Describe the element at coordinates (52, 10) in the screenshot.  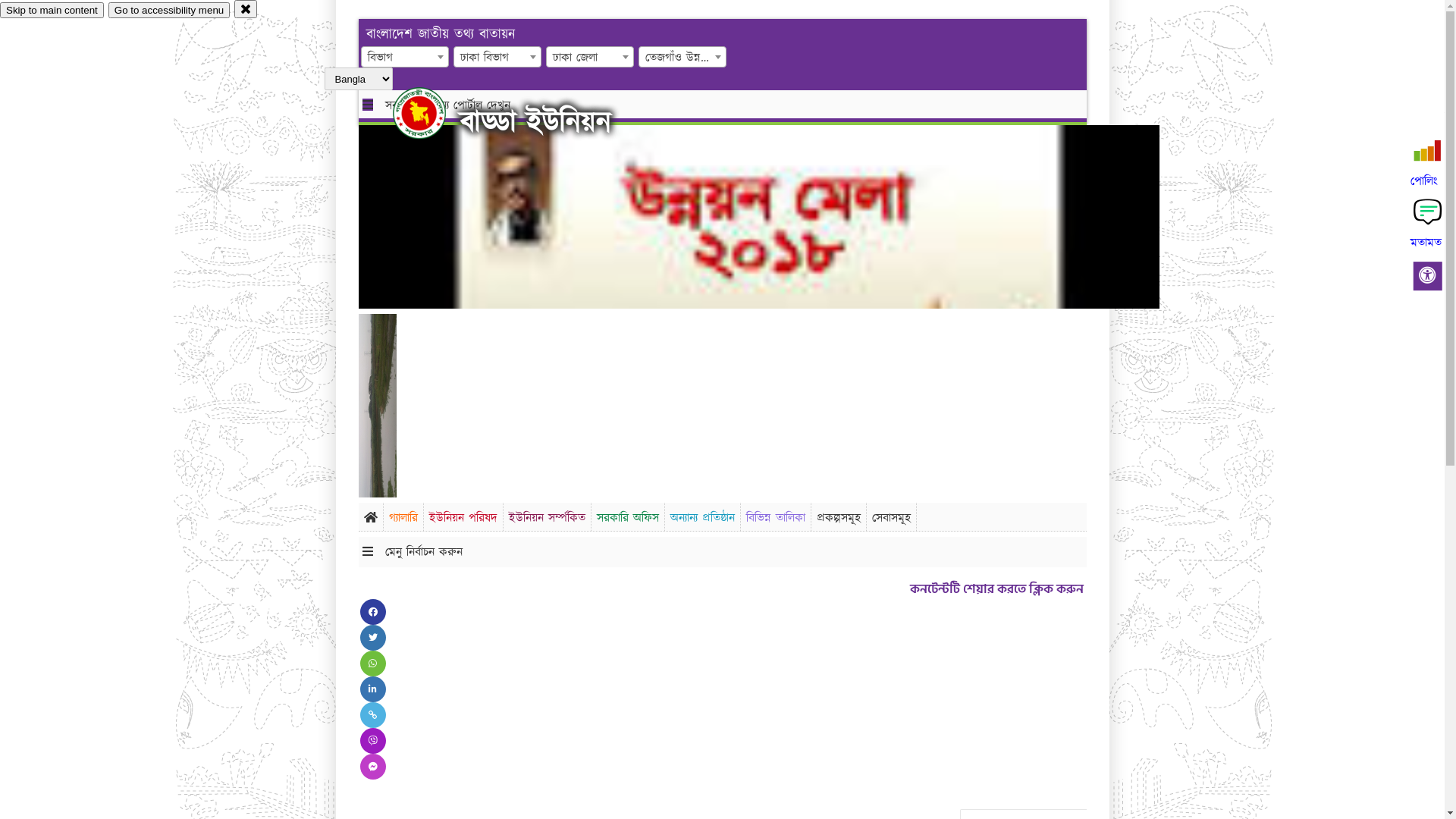
I see `'Skip to main content'` at that location.